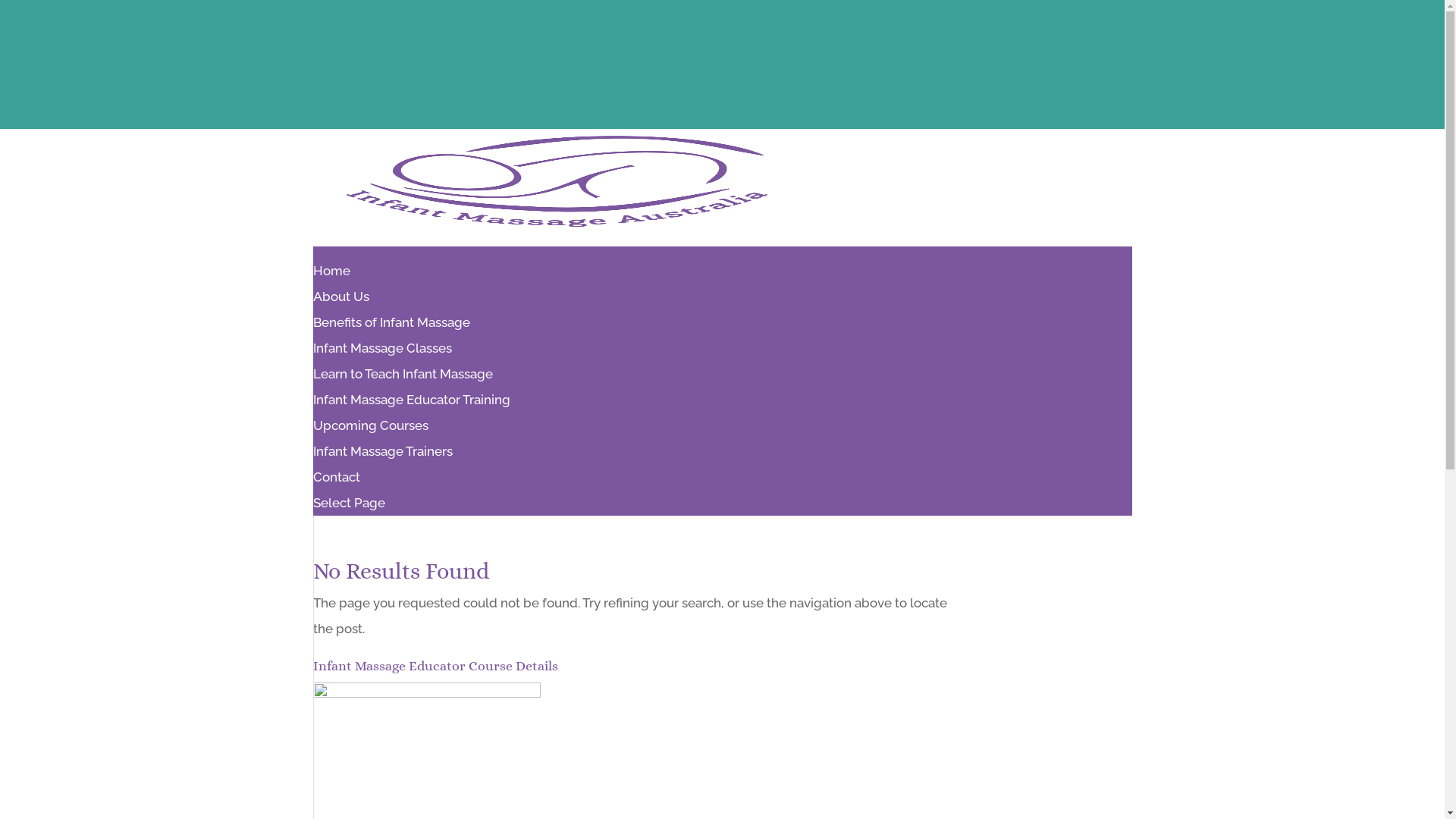 The image size is (1456, 819). I want to click on 'Home', so click(330, 278).